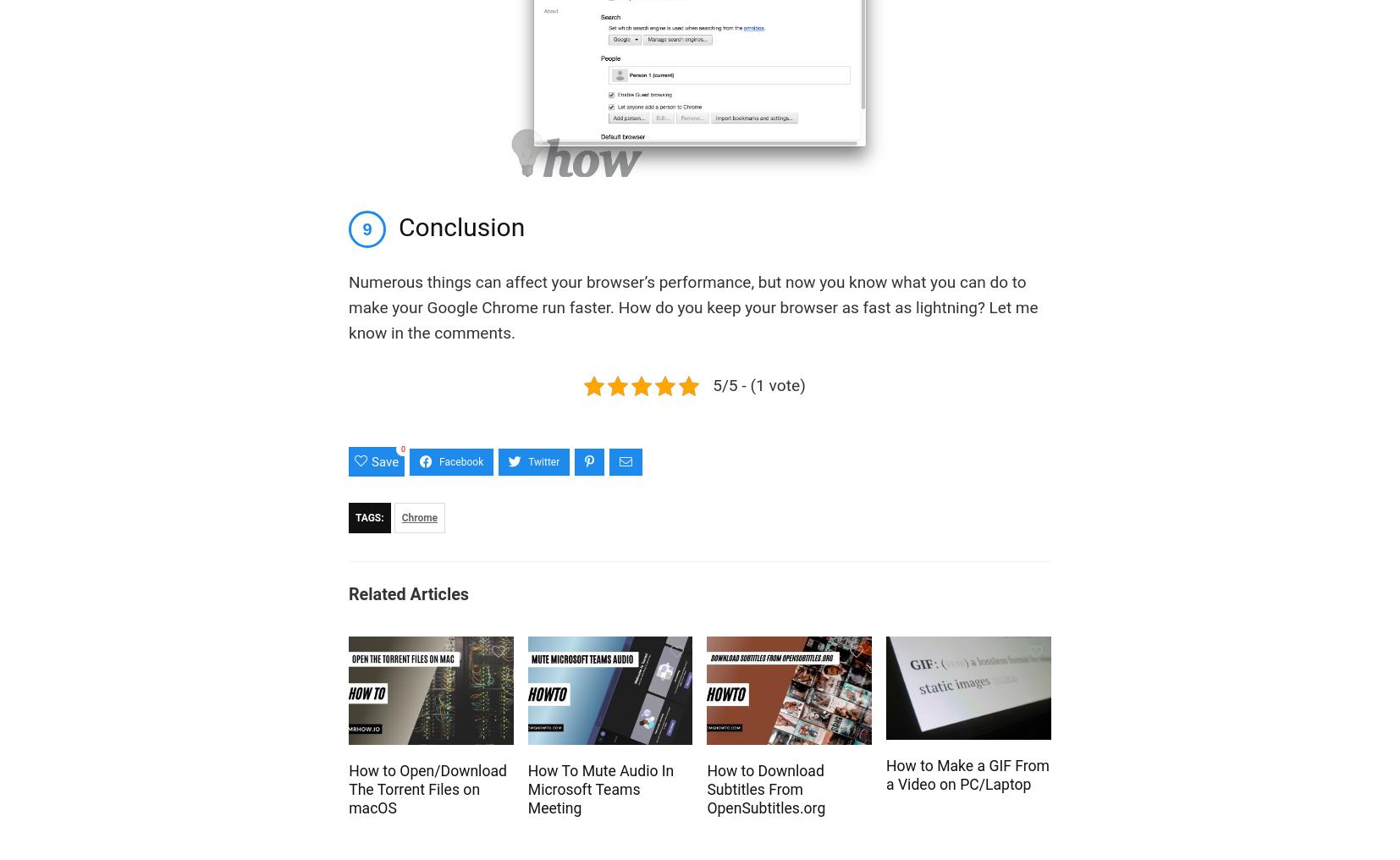  I want to click on 'Numerous things can affect your browser’s performance, but now you know what you can do to make your Google Chrome run faster. How do you keep your browser as fast as lightning? Let me know in the comments.', so click(348, 307).